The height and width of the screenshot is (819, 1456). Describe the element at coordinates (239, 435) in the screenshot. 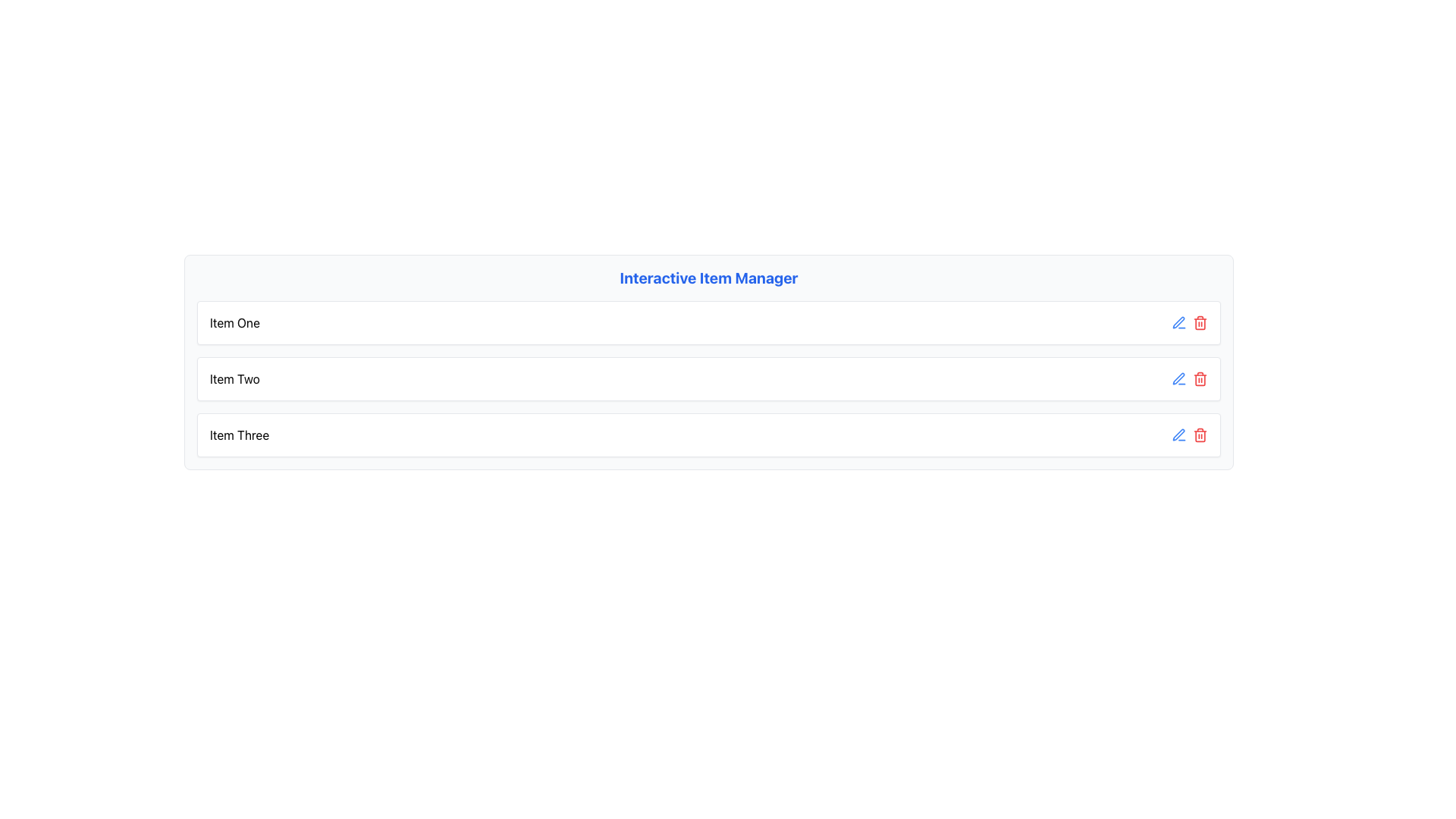

I see `the static text label indicating the third item in the list of interactive items` at that location.